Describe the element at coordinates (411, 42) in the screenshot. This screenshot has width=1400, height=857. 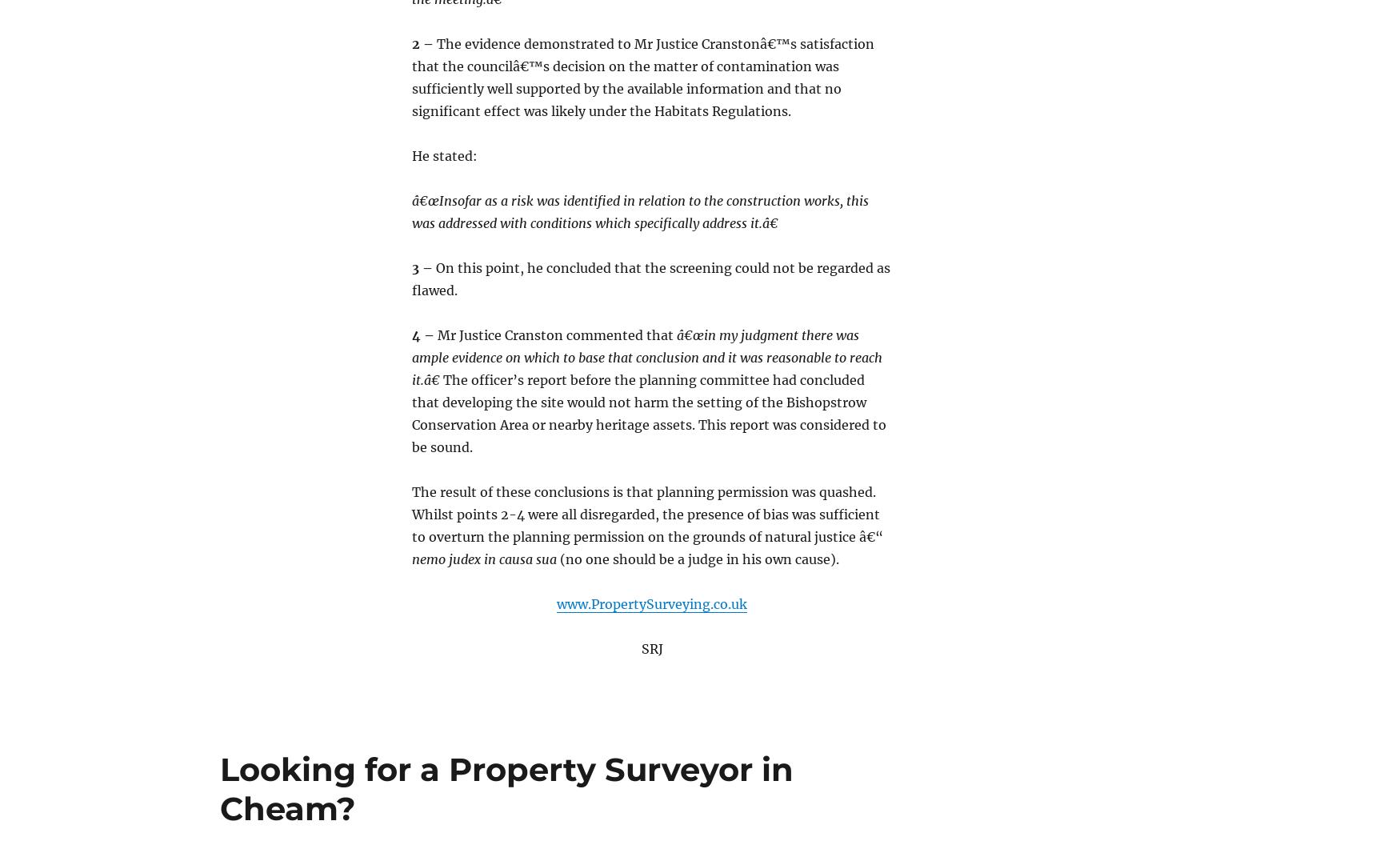
I see `'2 –'` at that location.